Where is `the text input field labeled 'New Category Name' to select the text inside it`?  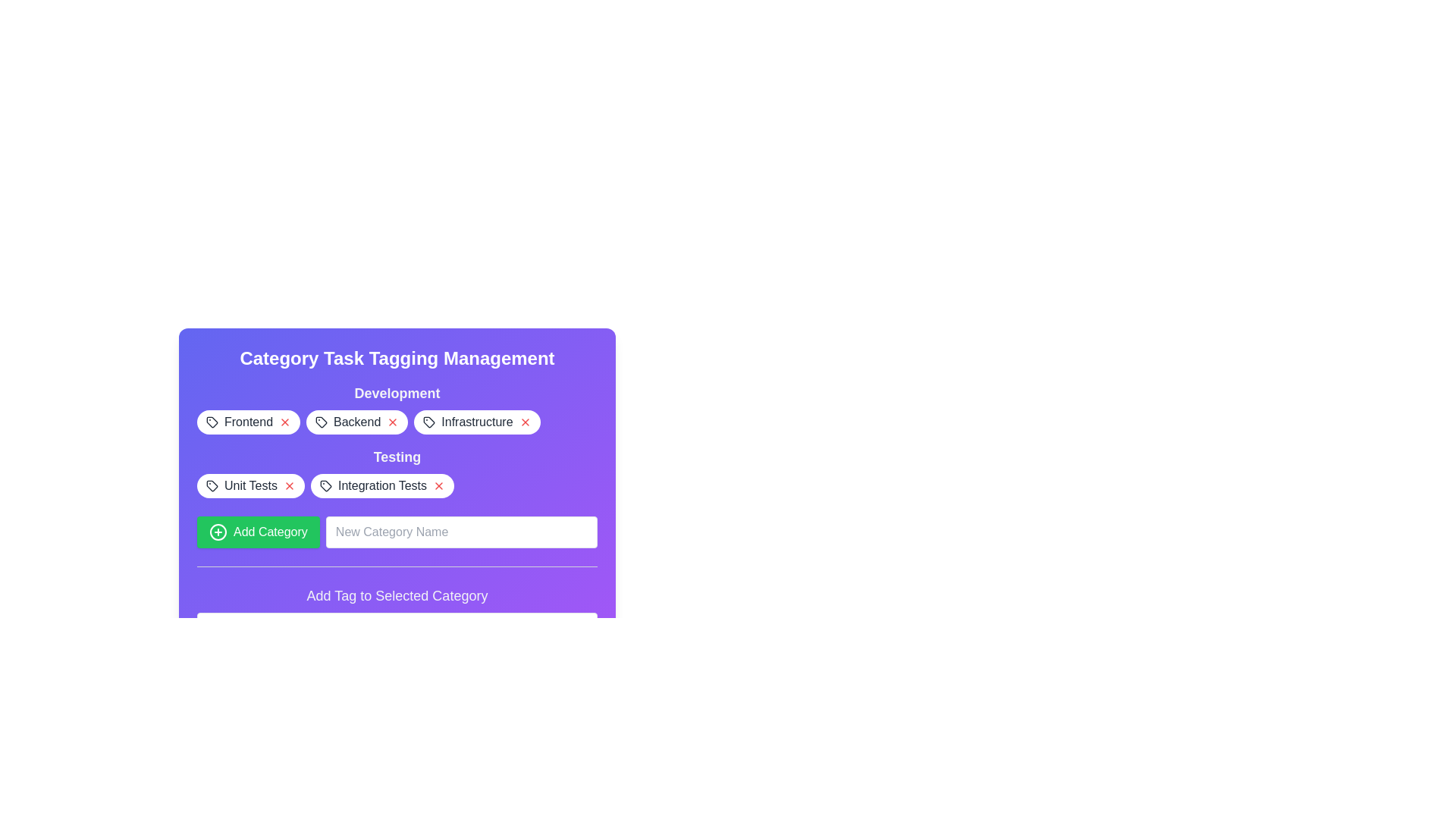 the text input field labeled 'New Category Name' to select the text inside it is located at coordinates (397, 513).